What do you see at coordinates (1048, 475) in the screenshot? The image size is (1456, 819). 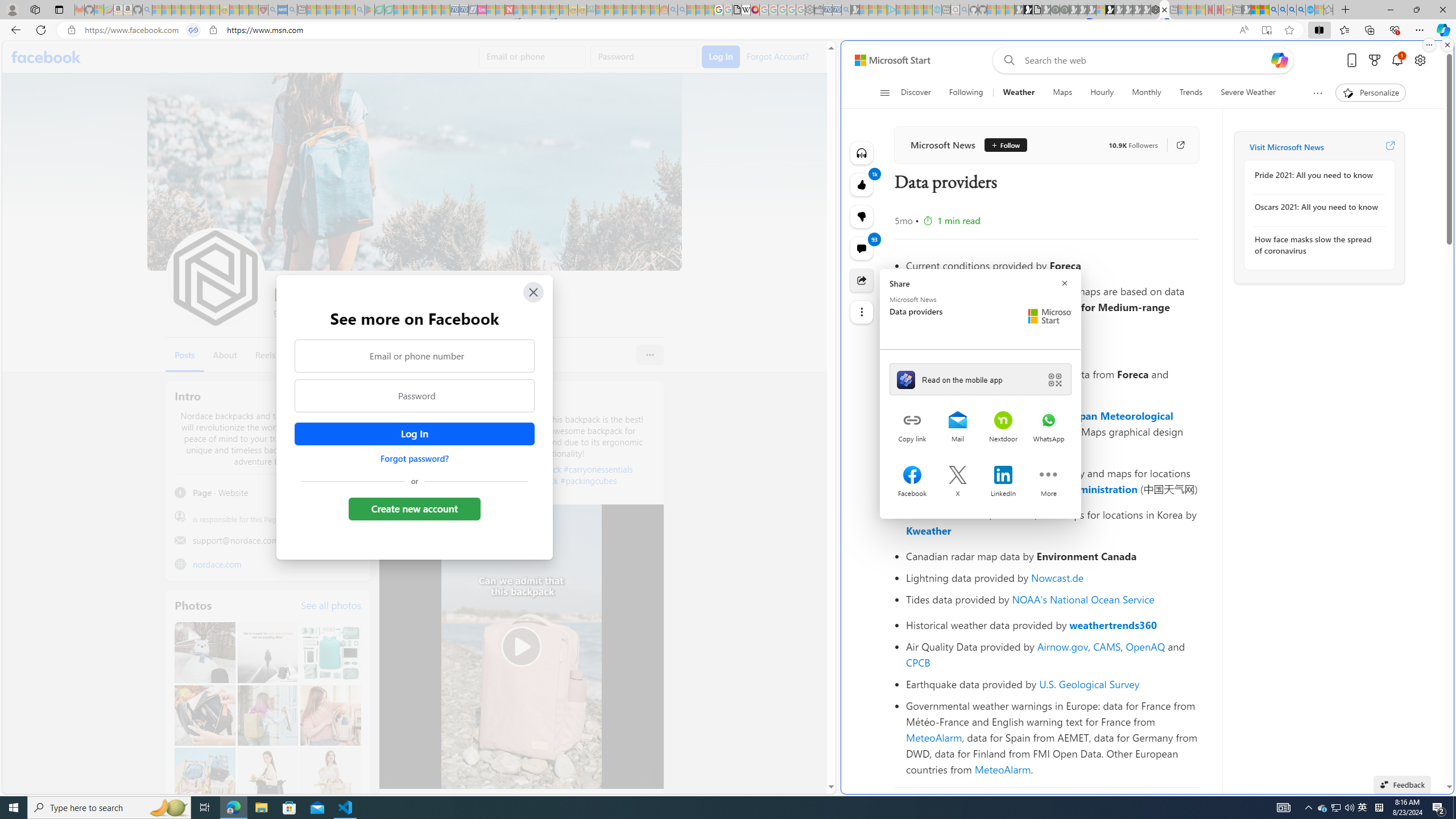 I see `'More share options'` at bounding box center [1048, 475].